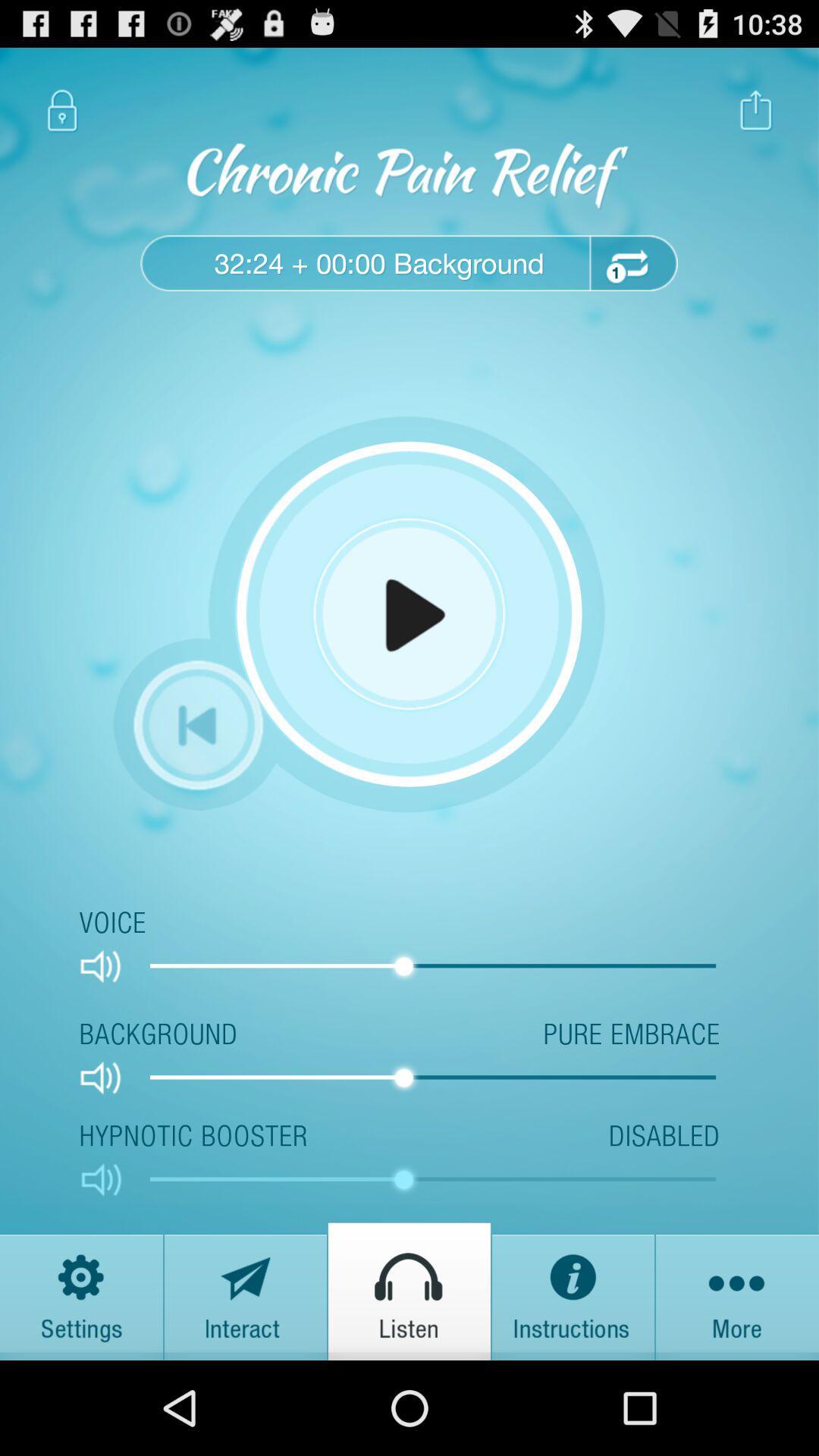  What do you see at coordinates (245, 1381) in the screenshot?
I see `the send icon` at bounding box center [245, 1381].